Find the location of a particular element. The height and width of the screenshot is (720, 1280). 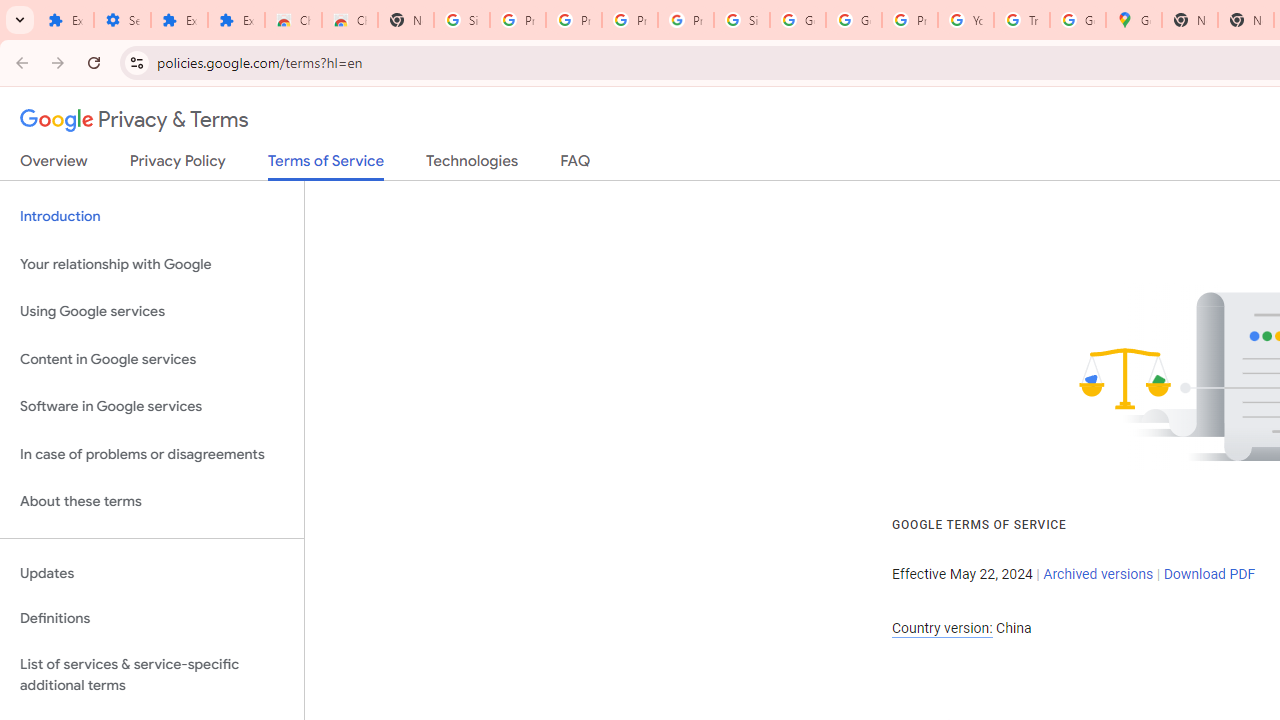

'YouTube' is located at coordinates (966, 20).